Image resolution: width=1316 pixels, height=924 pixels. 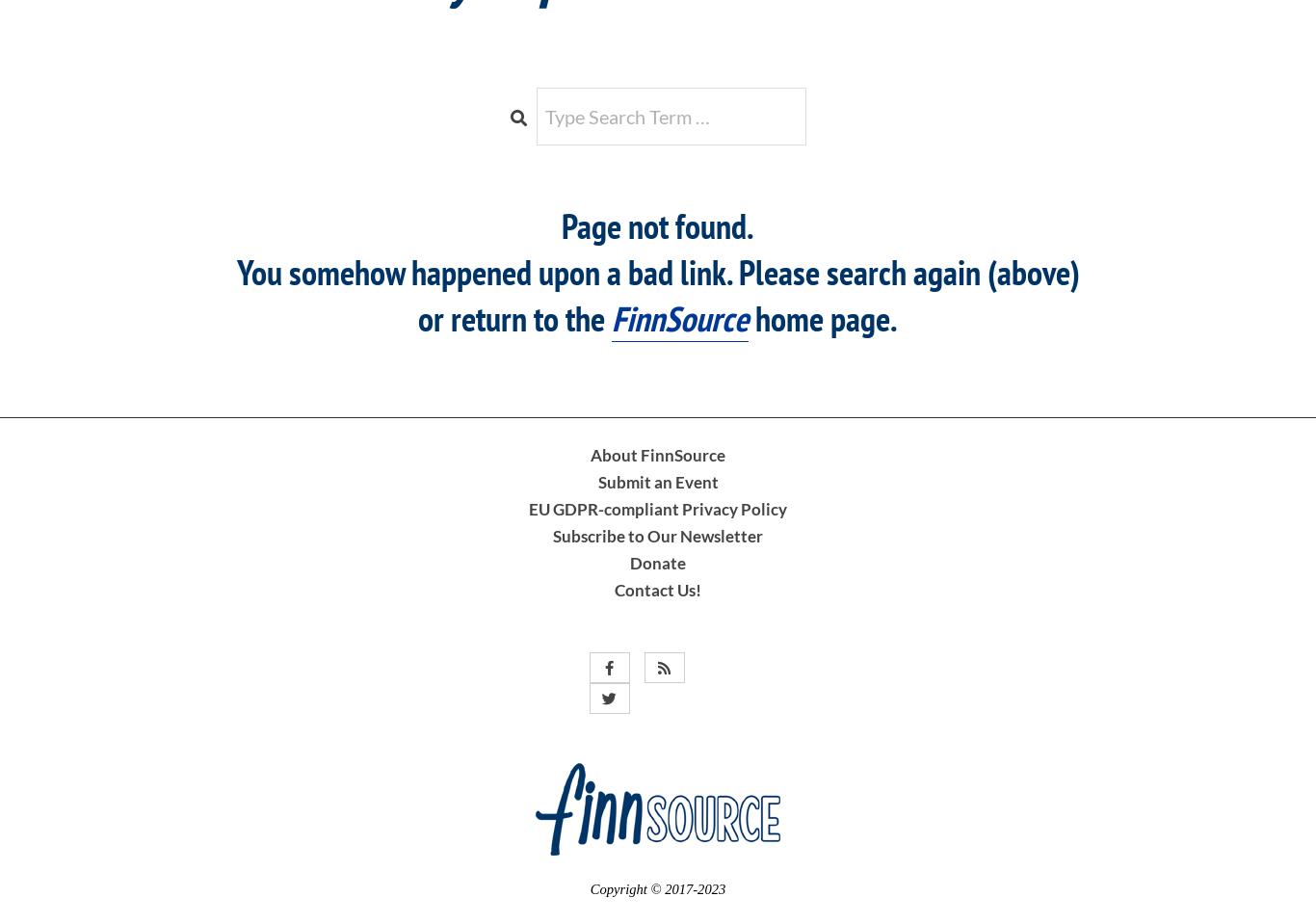 I want to click on 'Page not found.', so click(x=658, y=225).